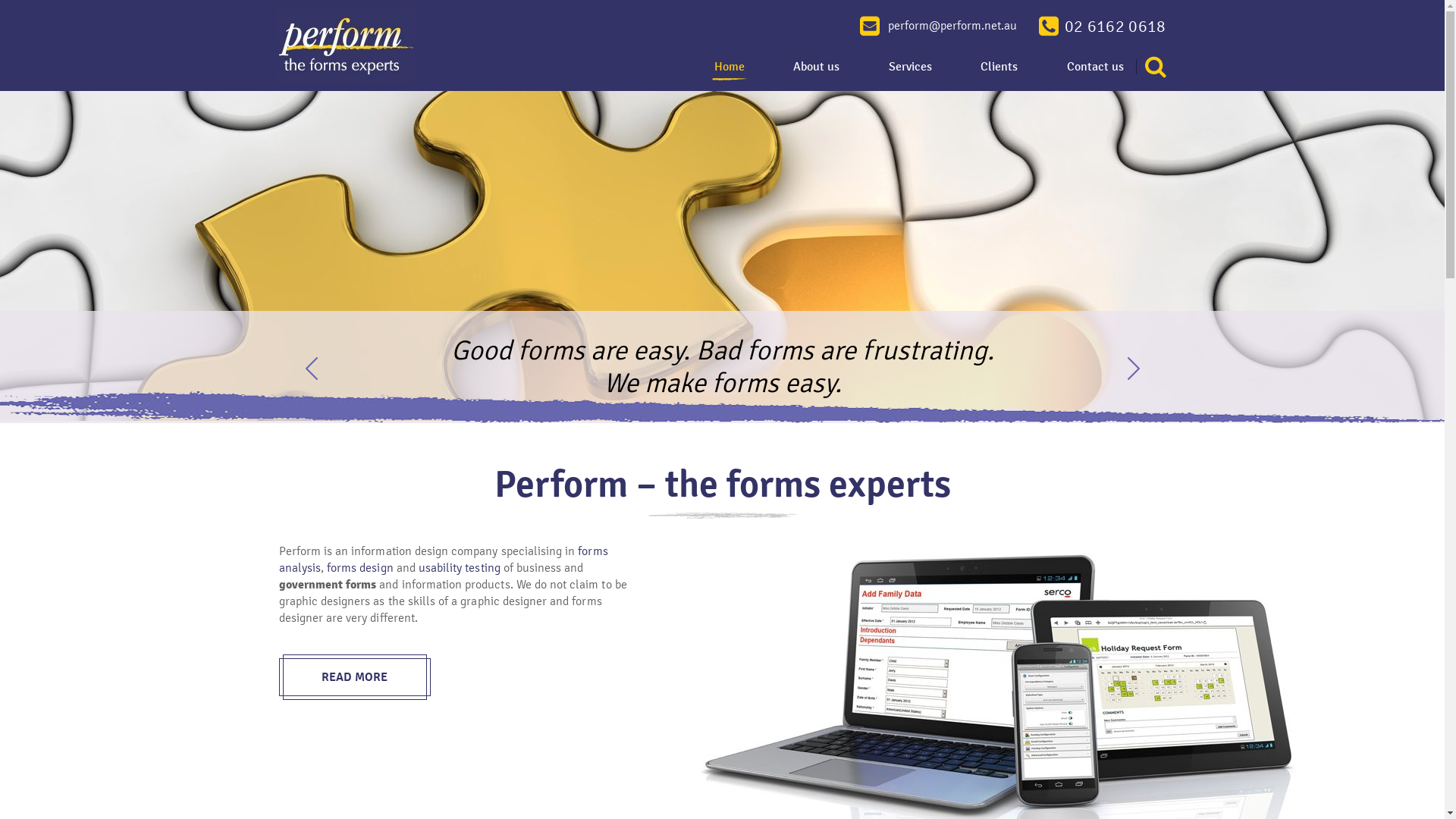 This screenshot has height=819, width=1456. What do you see at coordinates (354, 676) in the screenshot?
I see `'READ MORE'` at bounding box center [354, 676].